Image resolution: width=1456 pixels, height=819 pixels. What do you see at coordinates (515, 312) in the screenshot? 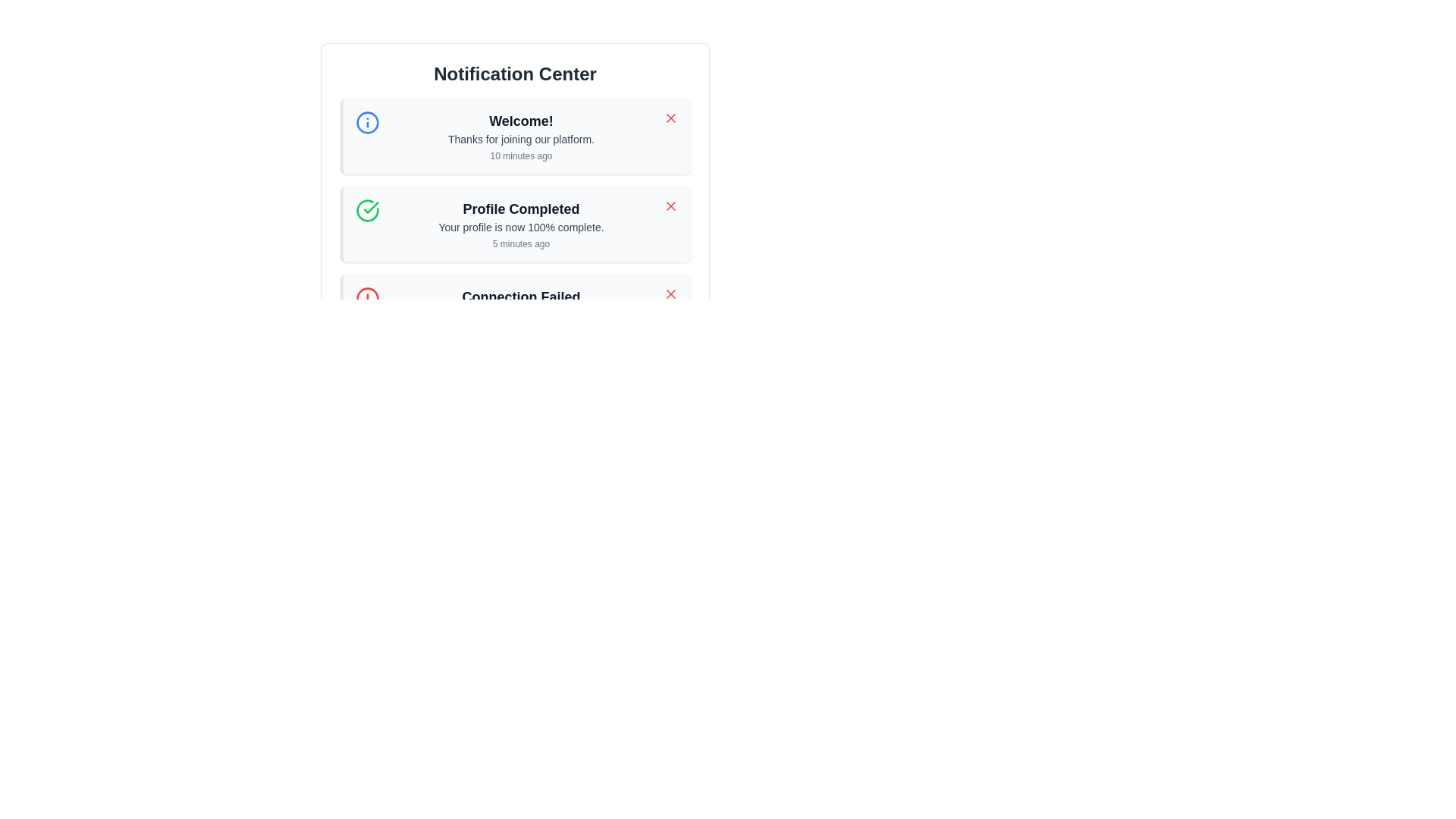
I see `notification box that informs the user of a connection failure, located at the bottom of the notification center` at bounding box center [515, 312].